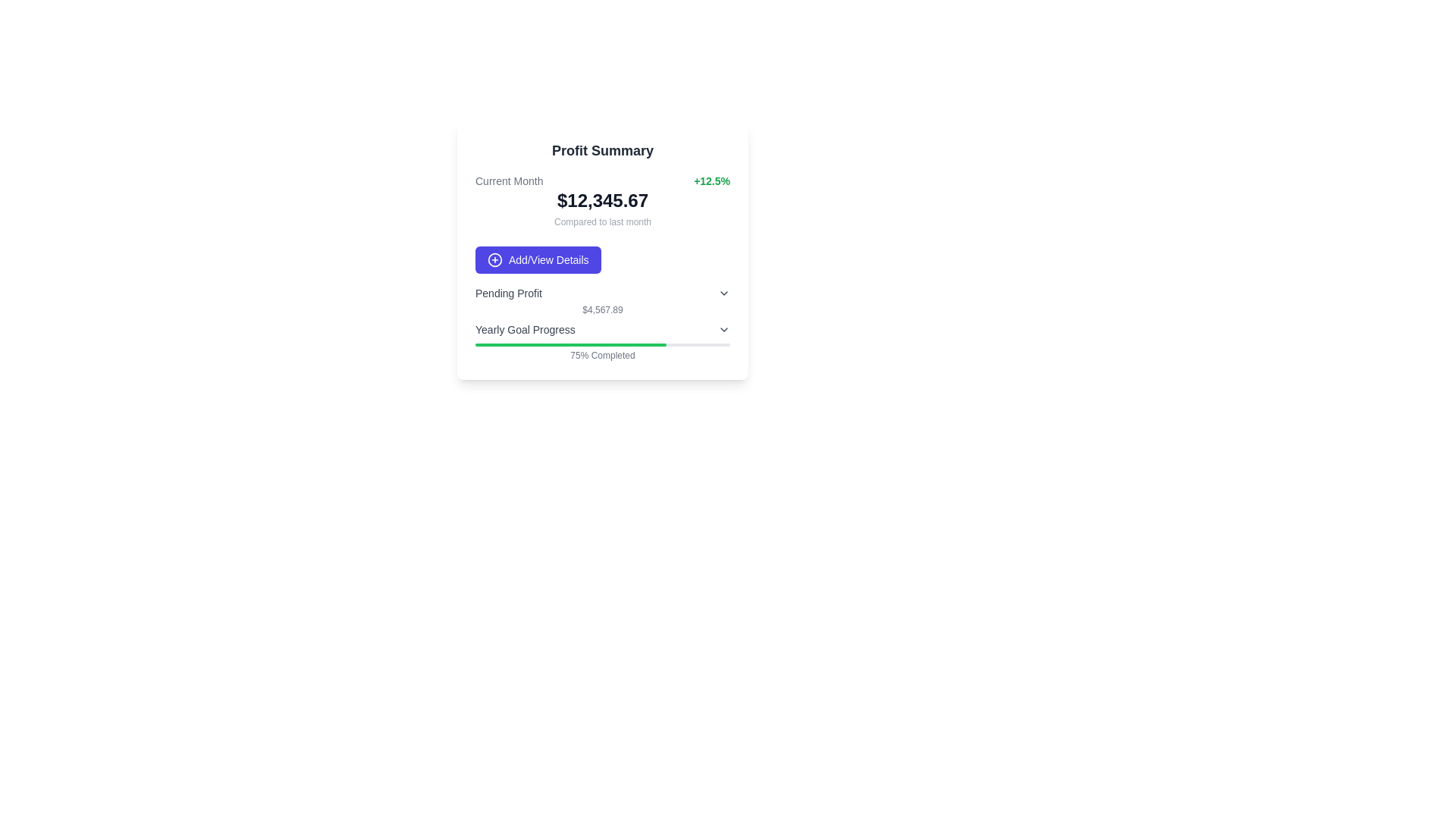  What do you see at coordinates (602, 356) in the screenshot?
I see `the text label displaying '75% Completed' in a small-sized gray font, located below the progress bar in the 'Yearly Goal Progress' section of the 'Profit Summary' panel` at bounding box center [602, 356].